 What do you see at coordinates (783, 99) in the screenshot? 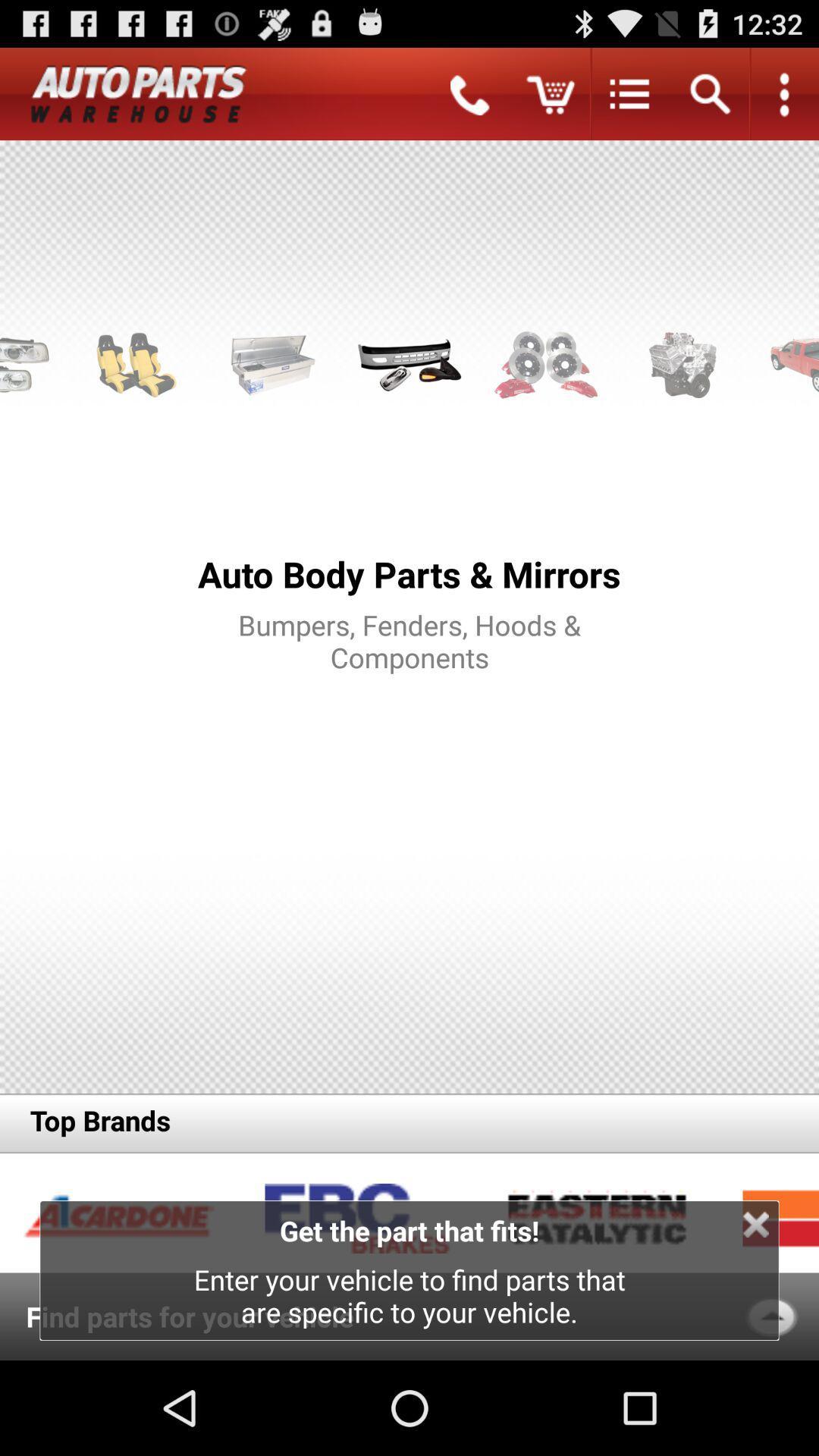
I see `the more icon` at bounding box center [783, 99].